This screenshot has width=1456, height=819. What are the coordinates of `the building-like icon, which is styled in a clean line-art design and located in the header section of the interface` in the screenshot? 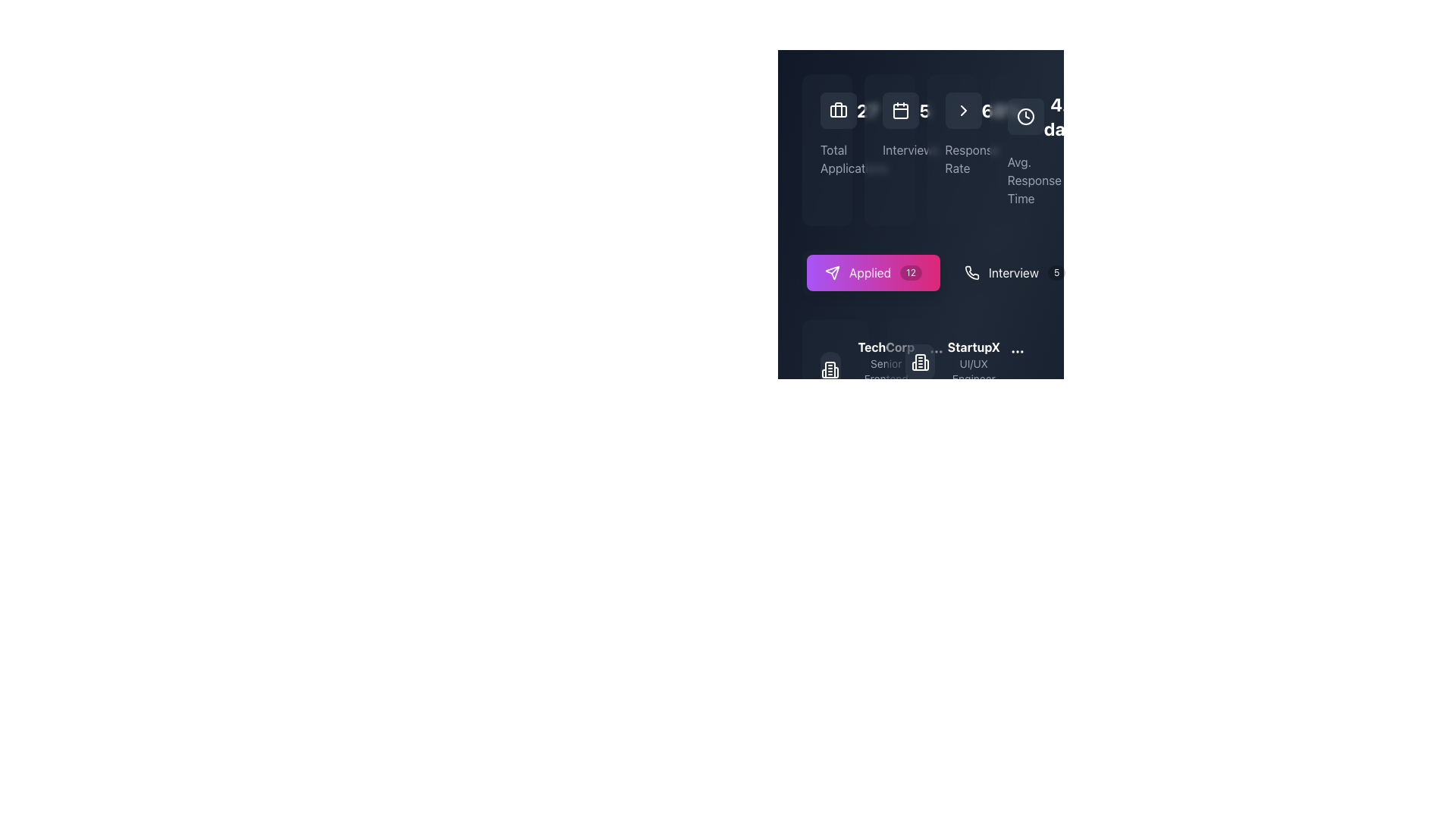 It's located at (830, 370).